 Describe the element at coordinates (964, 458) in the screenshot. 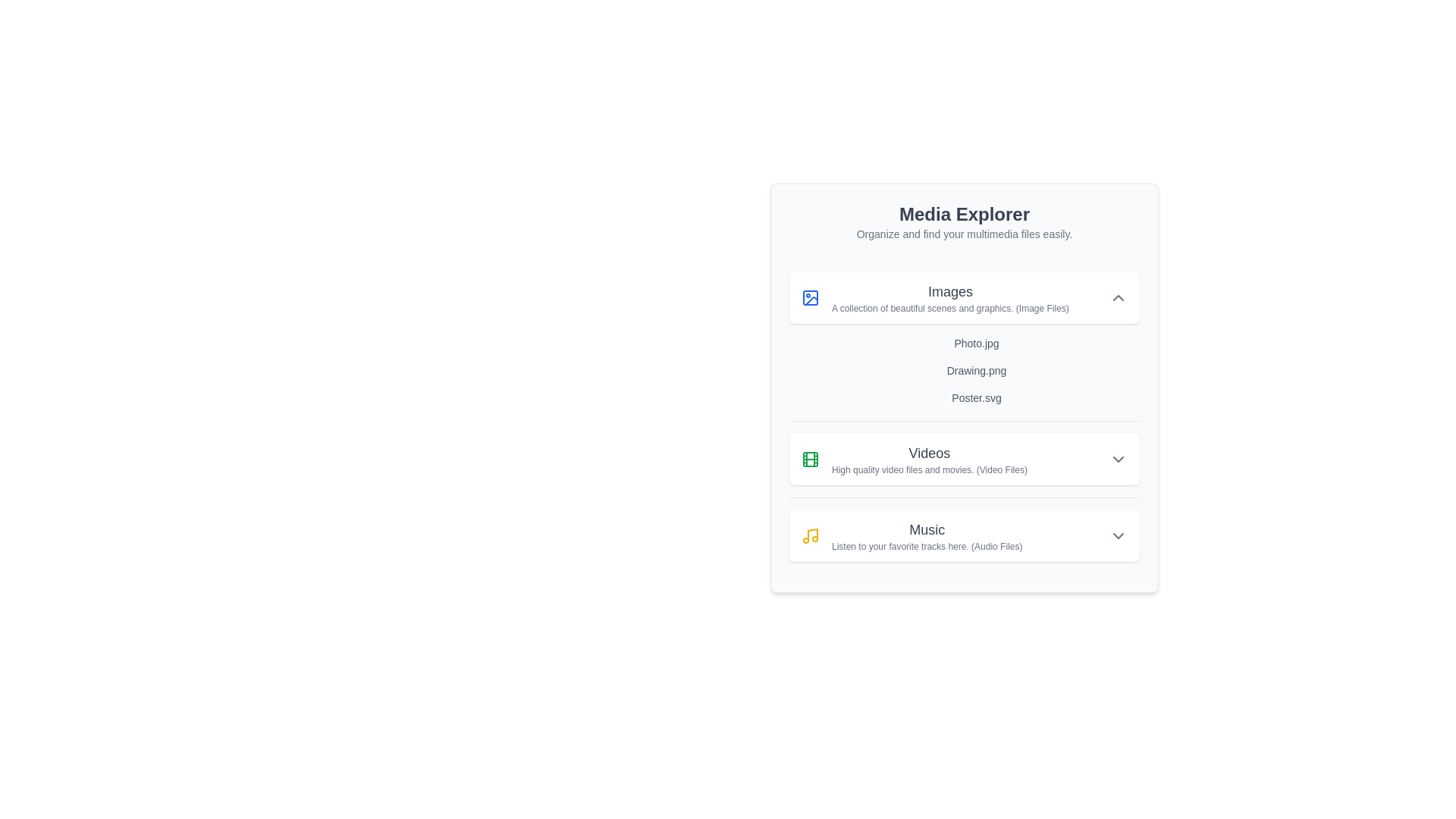

I see `the gray downward arrow icon on the second selectable list item titled 'Videos' in the Media Explorer interface` at that location.